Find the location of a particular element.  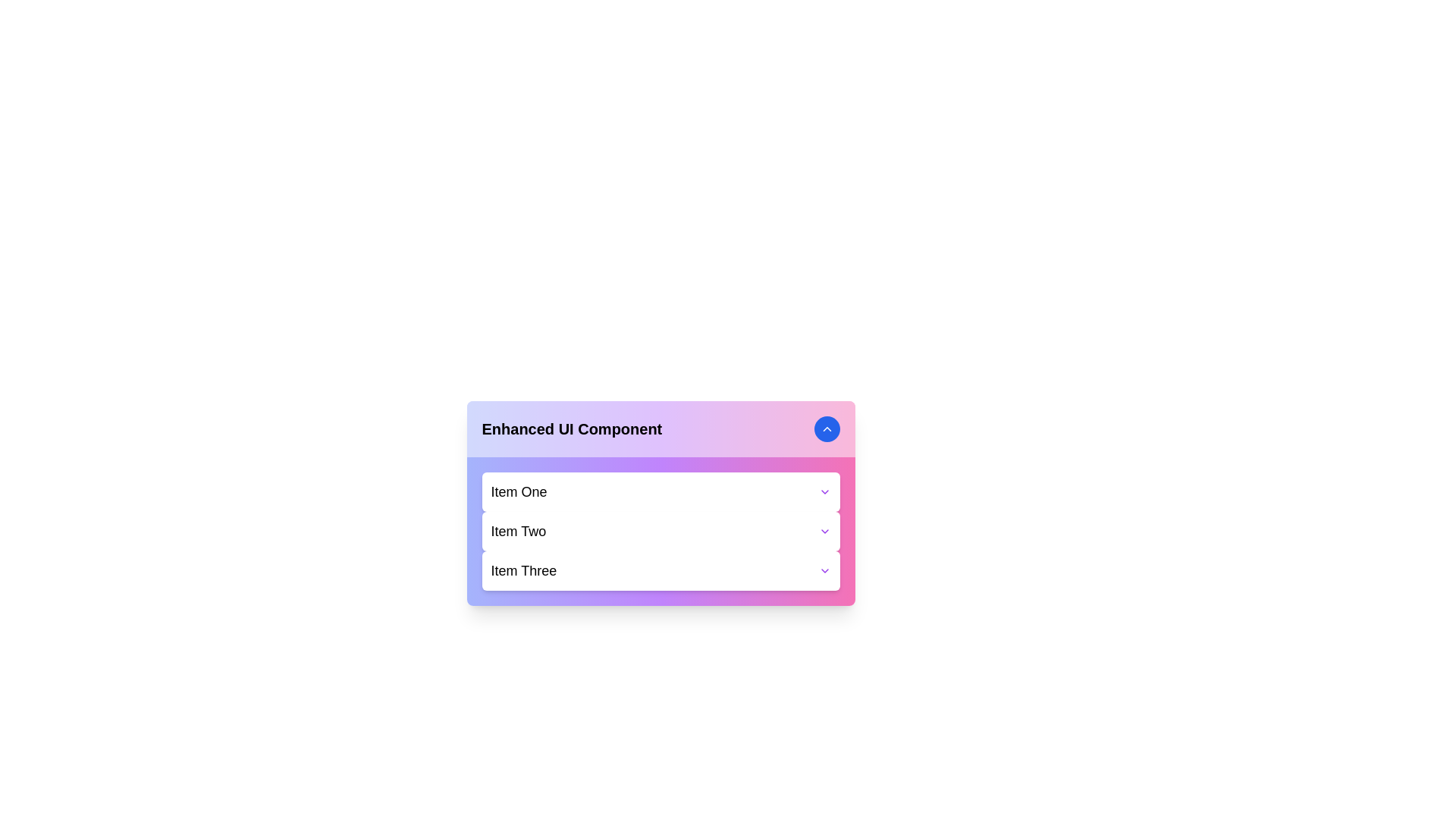

the list item labeled 'Item Three' is located at coordinates (661, 570).